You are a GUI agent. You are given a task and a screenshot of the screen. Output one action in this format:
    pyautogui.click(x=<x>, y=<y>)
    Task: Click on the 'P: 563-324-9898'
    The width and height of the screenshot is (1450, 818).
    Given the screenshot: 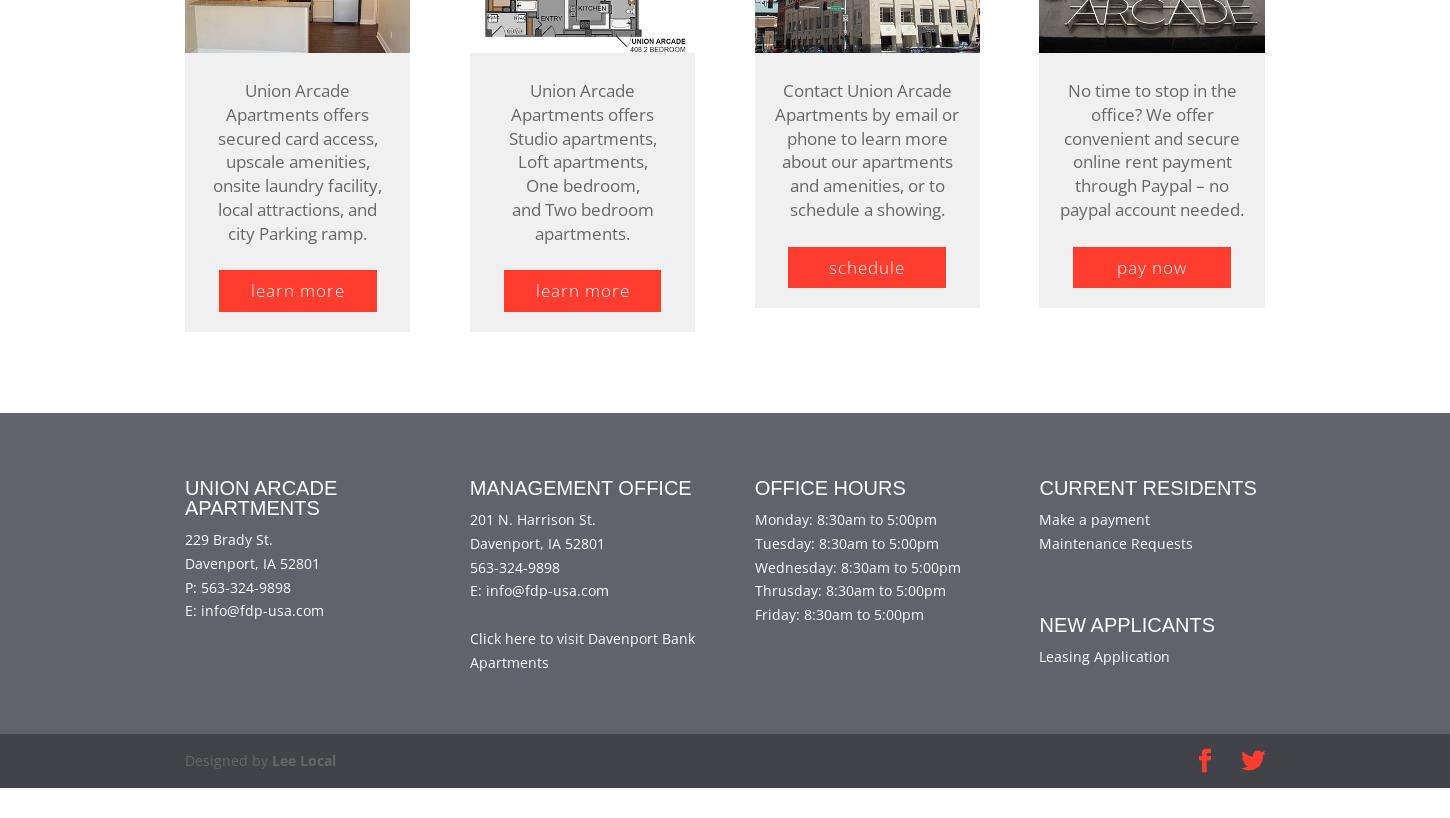 What is the action you would take?
    pyautogui.click(x=236, y=616)
    